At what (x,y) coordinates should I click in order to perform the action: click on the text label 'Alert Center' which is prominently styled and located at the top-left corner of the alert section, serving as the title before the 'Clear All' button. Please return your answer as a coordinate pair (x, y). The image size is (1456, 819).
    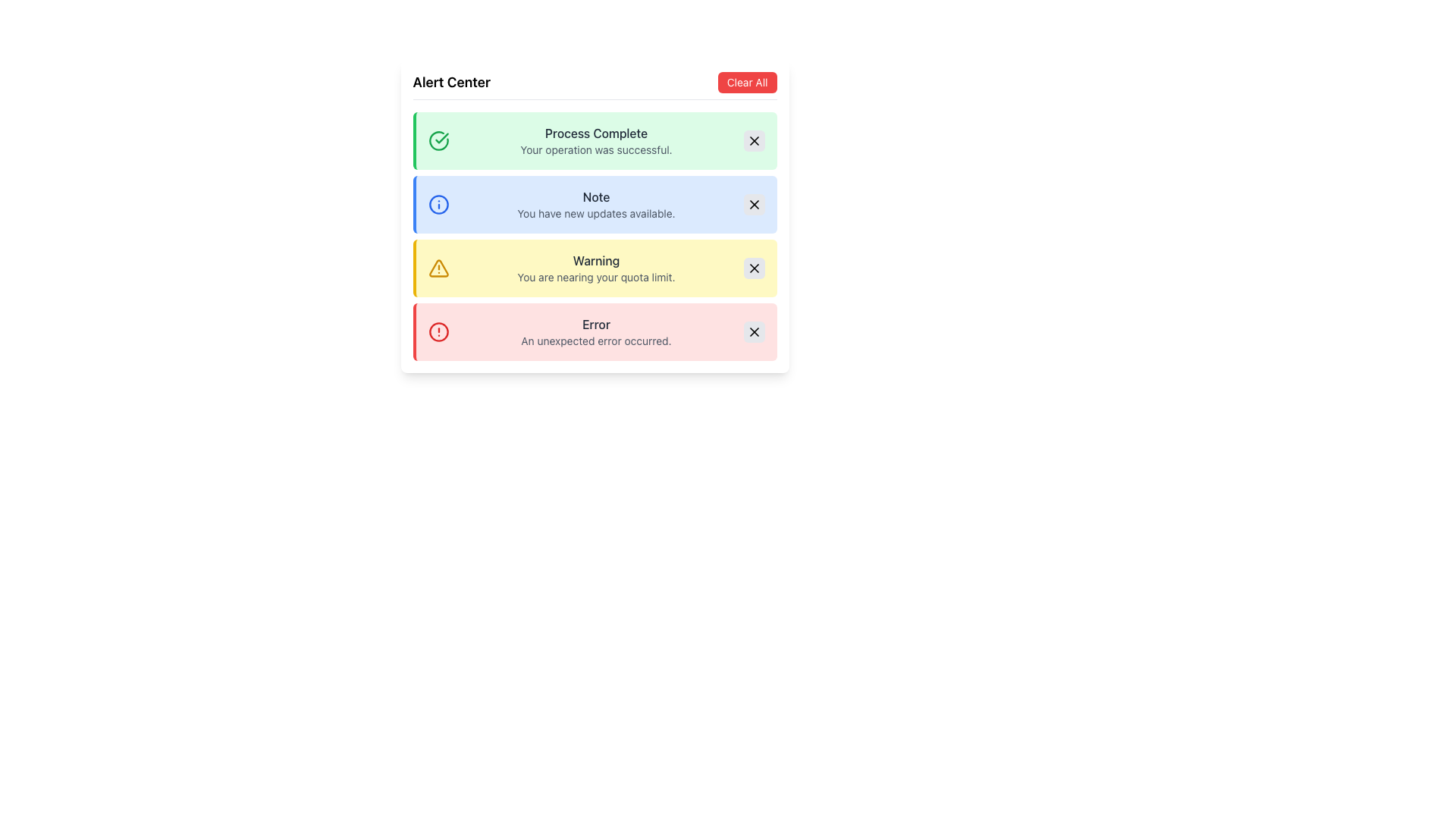
    Looking at the image, I should click on (450, 82).